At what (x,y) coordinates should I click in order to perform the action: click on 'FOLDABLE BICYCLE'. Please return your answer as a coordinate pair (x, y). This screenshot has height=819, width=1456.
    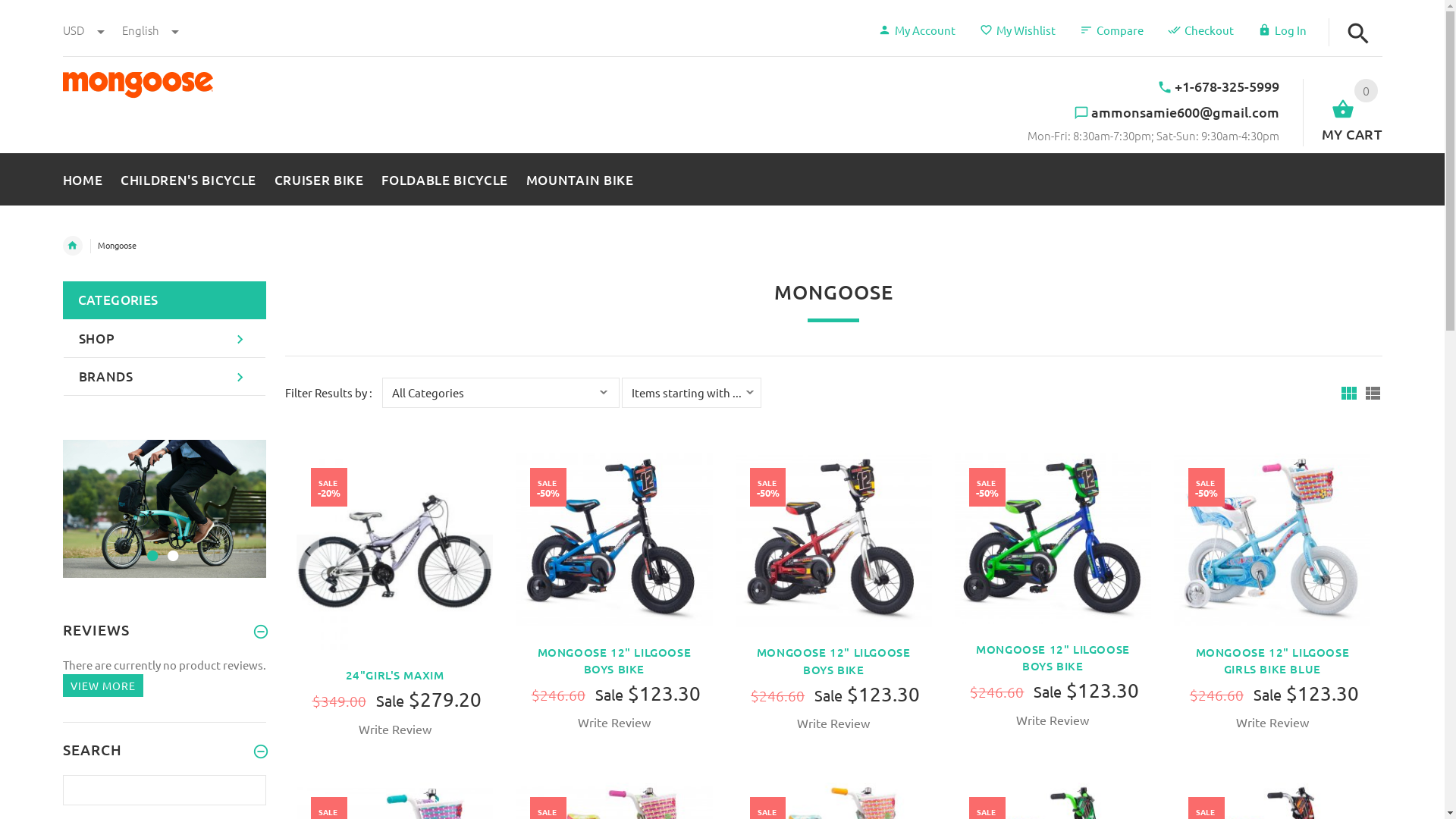
    Looking at the image, I should click on (444, 175).